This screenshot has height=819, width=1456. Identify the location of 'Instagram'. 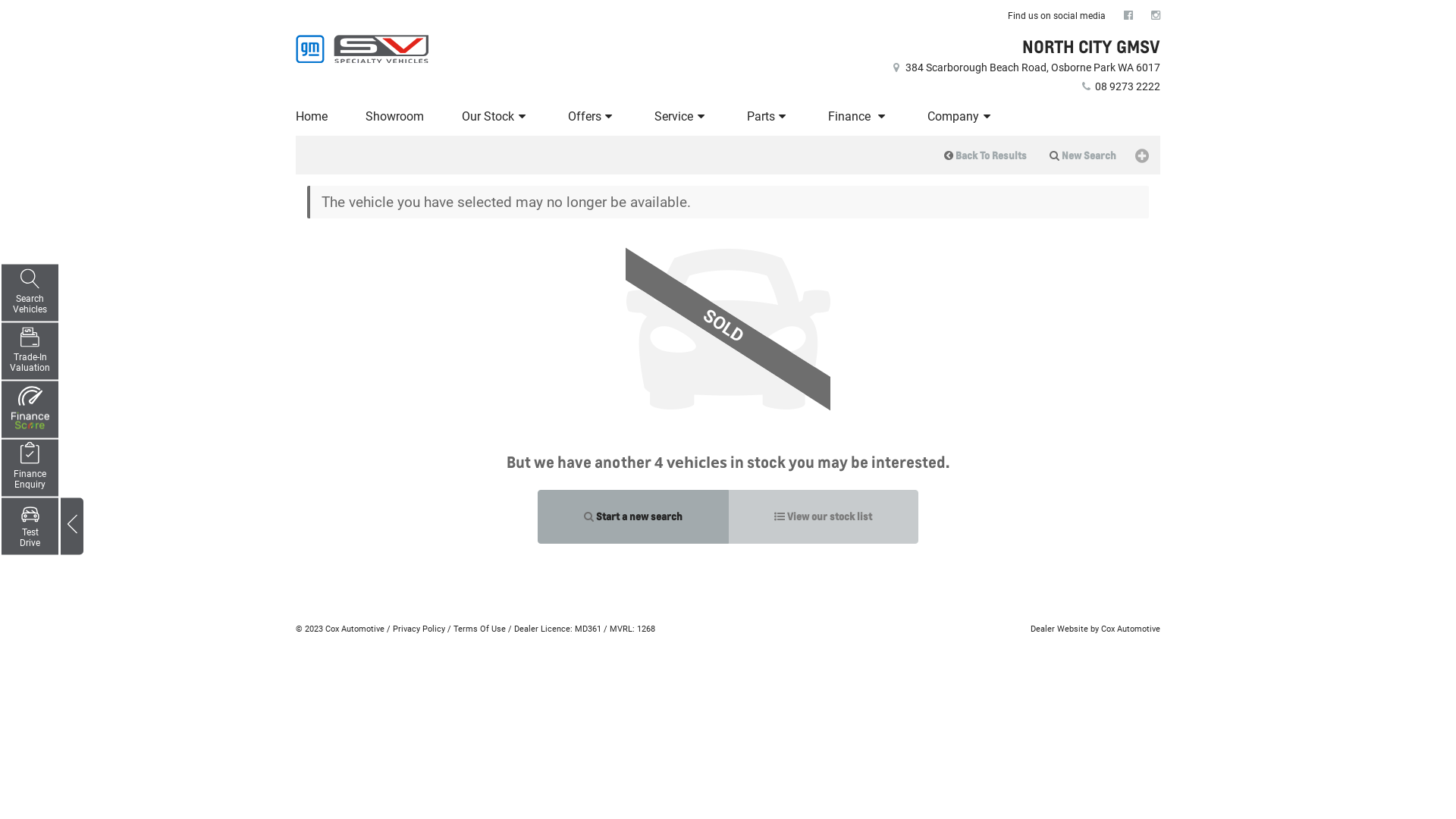
(1154, 14).